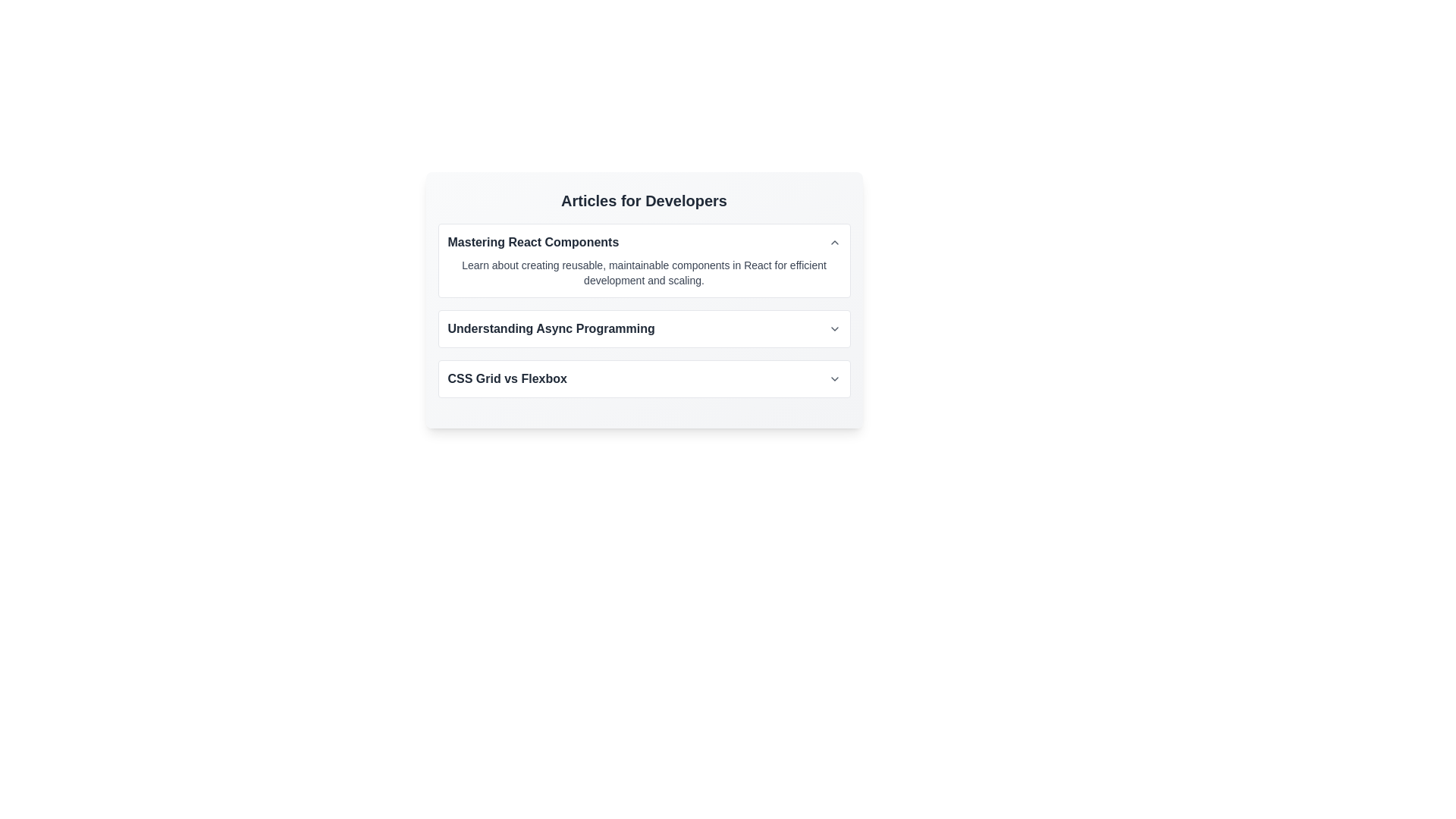 This screenshot has width=1456, height=819. What do you see at coordinates (644, 378) in the screenshot?
I see `the third item in the vertically aligned list of sections` at bounding box center [644, 378].